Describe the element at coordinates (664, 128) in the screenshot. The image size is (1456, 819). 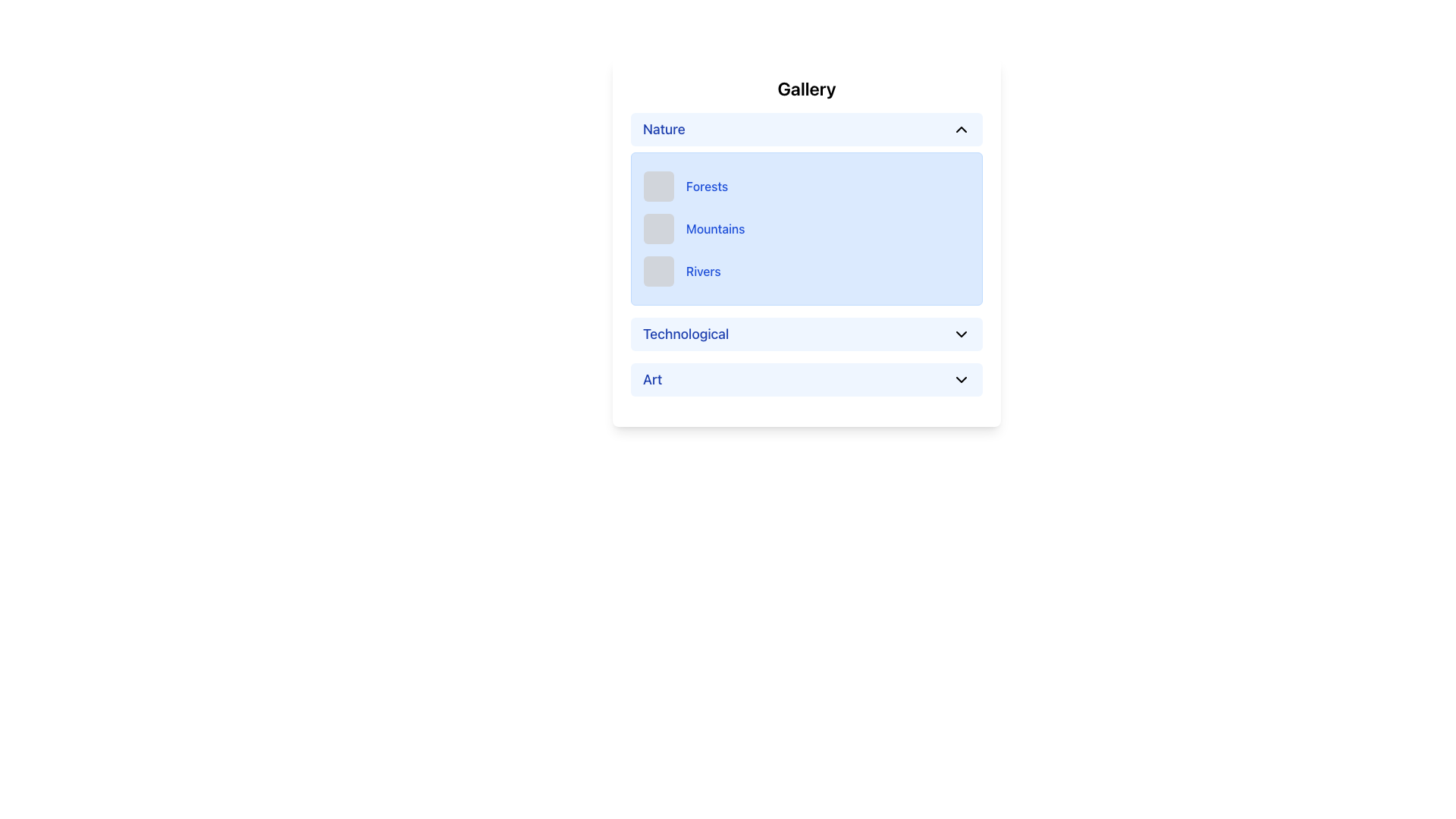
I see `the Text Label that serves as a header for the collapsible section related to 'Nature', located under the 'Gallery' header` at that location.